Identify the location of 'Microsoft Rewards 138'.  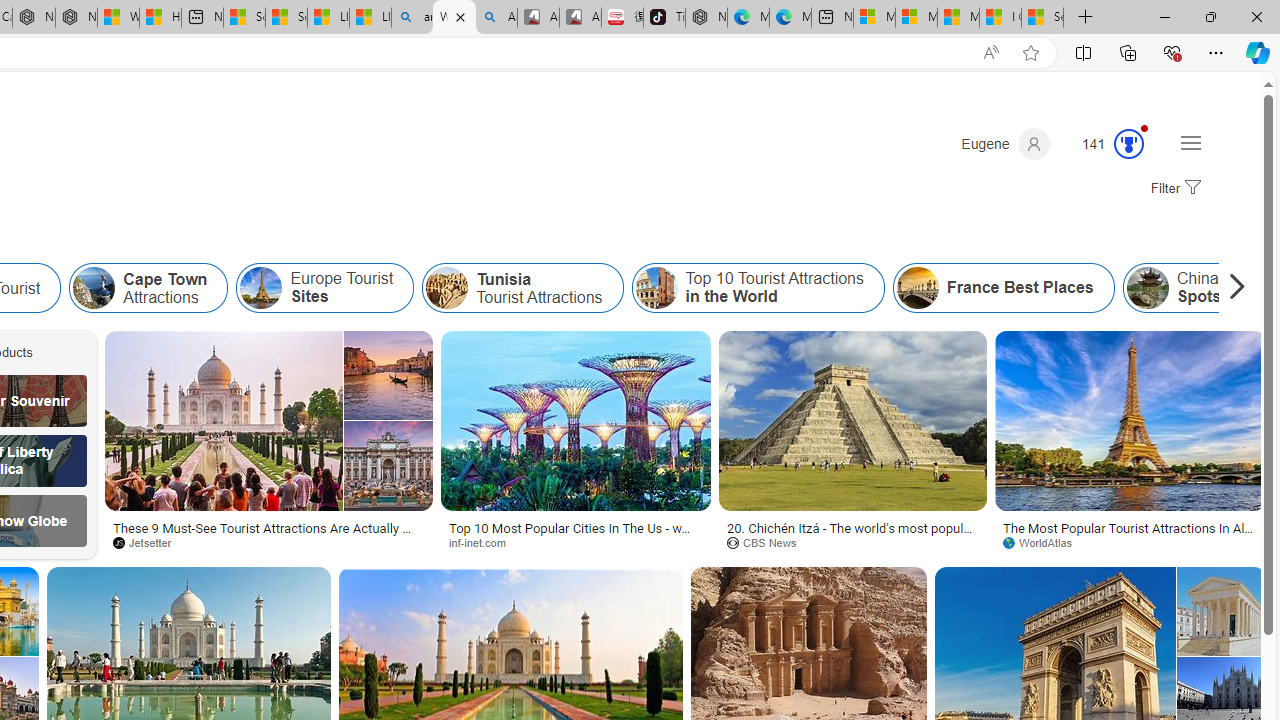
(1104, 143).